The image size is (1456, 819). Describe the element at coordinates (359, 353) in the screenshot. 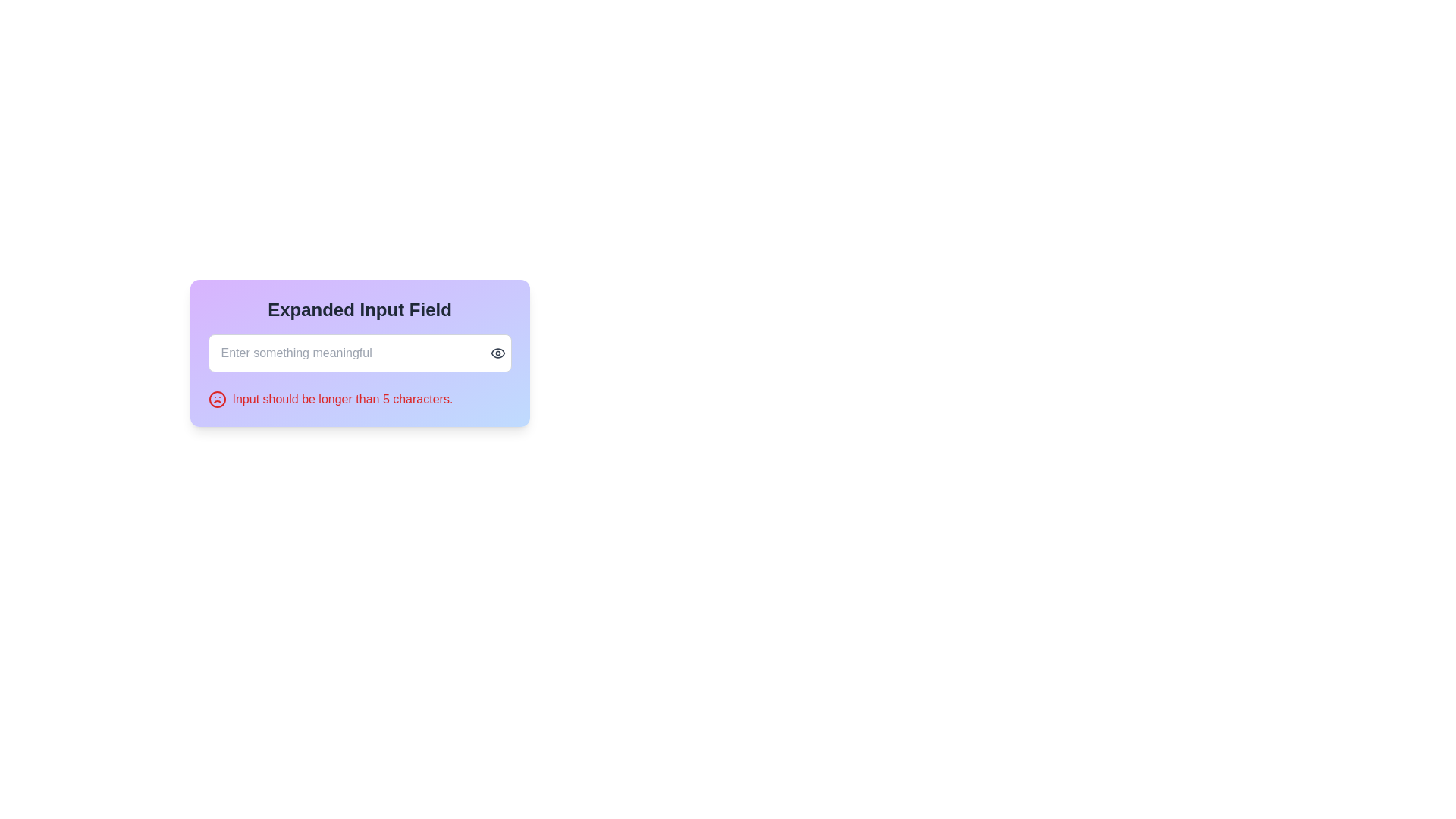

I see `to focus on the password input field styled with a rounded rectangular shape, located below the header 'Expanded Input Field'` at that location.